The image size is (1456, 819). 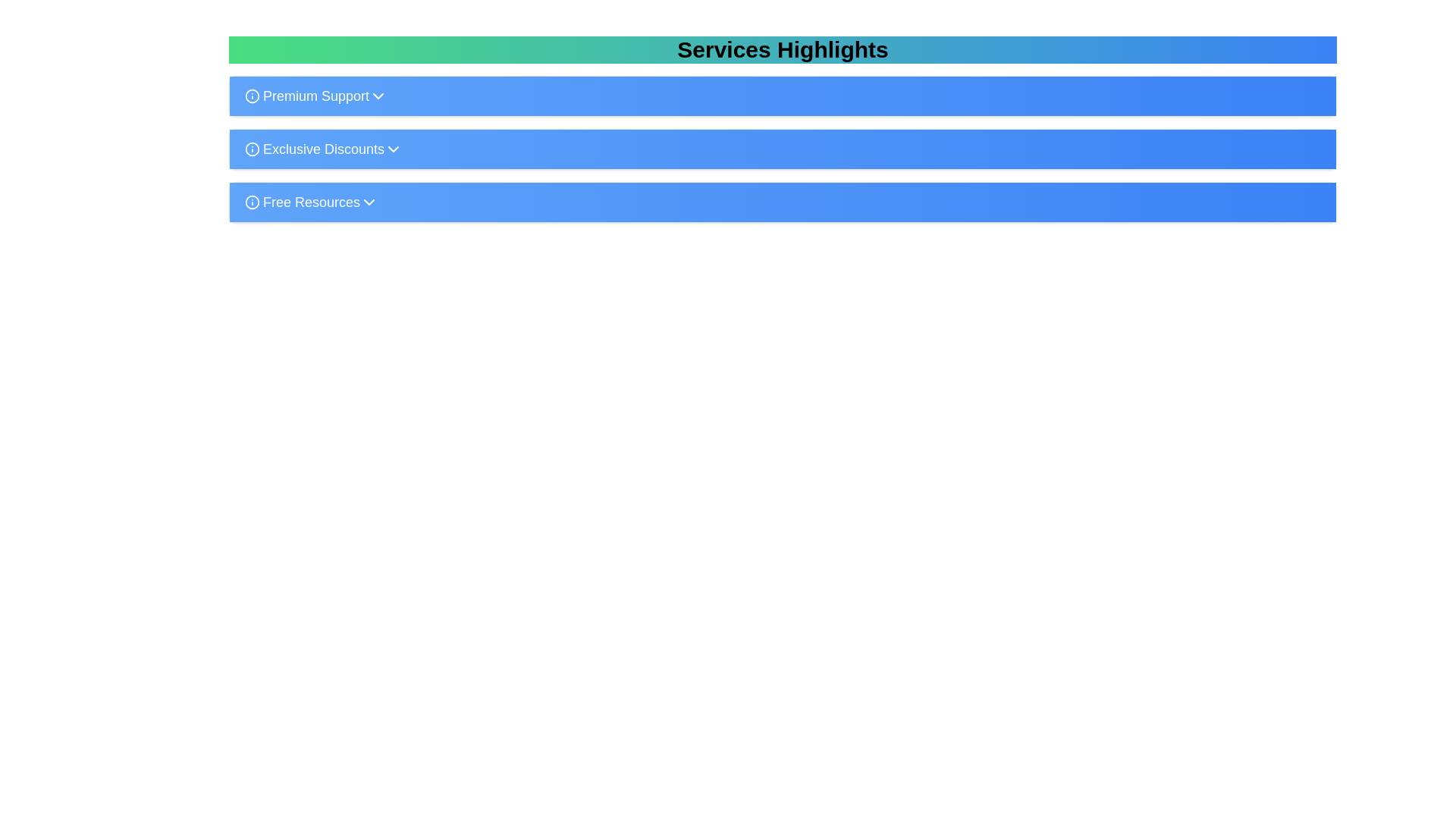 What do you see at coordinates (323, 149) in the screenshot?
I see `the Text Label that indicates exclusive discount offerings, positioned in the second row of three similar sections between 'Premium Support' and 'Free Resources'` at bounding box center [323, 149].